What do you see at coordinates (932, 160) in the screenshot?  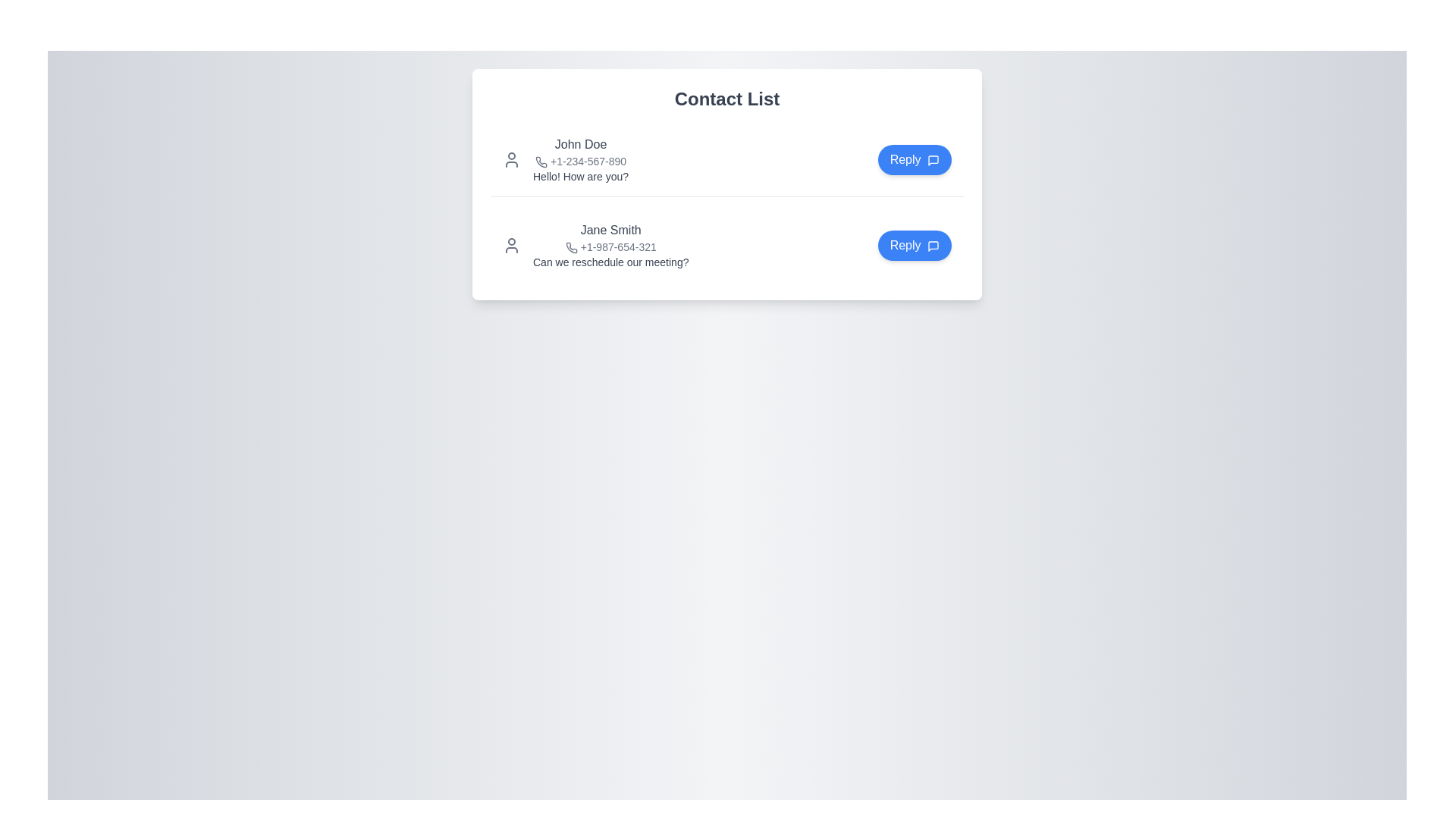 I see `the small speech bubble icon located to the right of the 'Reply' text in the button associated with user 'John Doe'` at bounding box center [932, 160].